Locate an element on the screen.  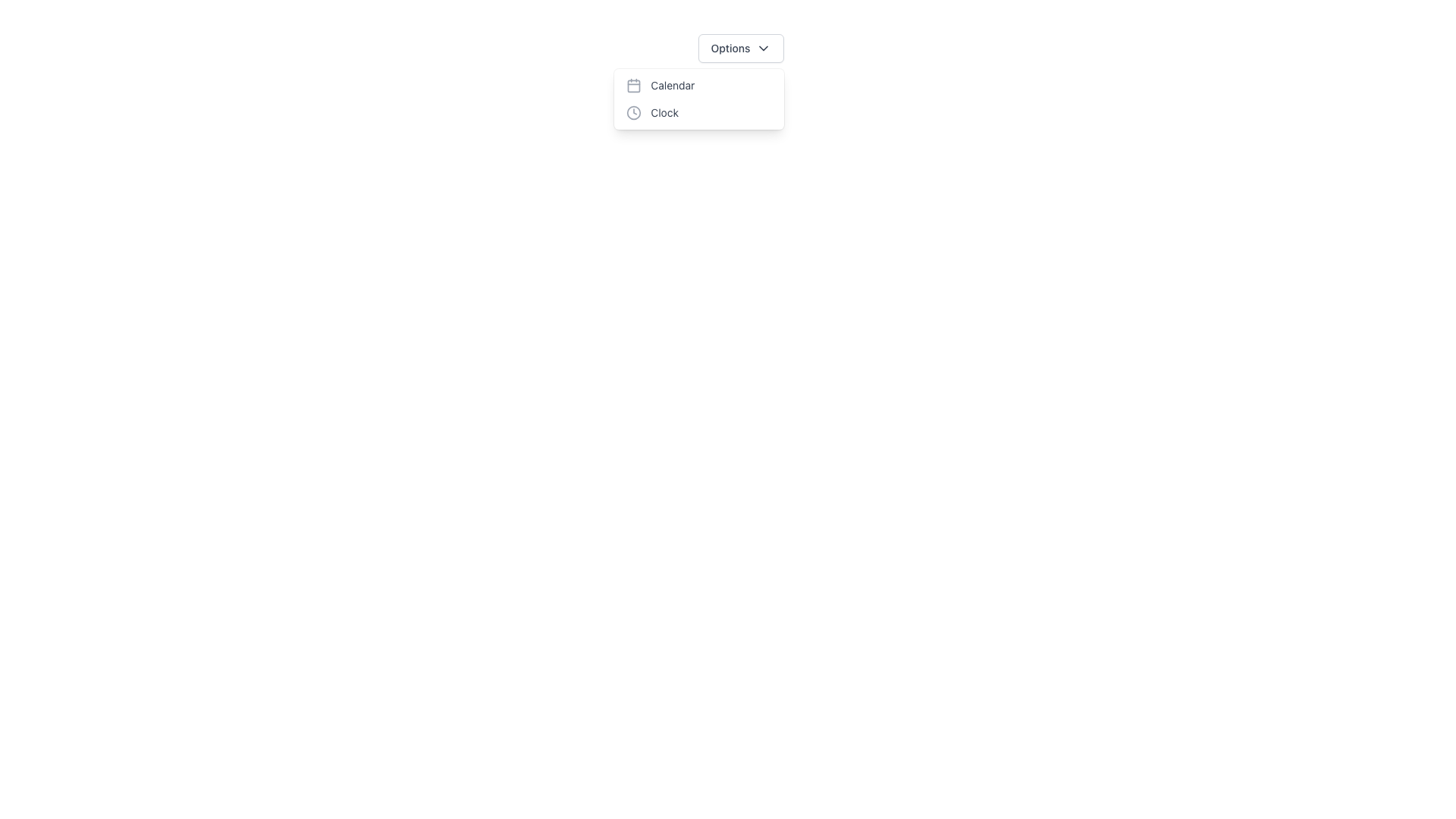
the circular ring in the clock icon located in the dropdown menu under the 'Options' label by clicking on it is located at coordinates (634, 112).